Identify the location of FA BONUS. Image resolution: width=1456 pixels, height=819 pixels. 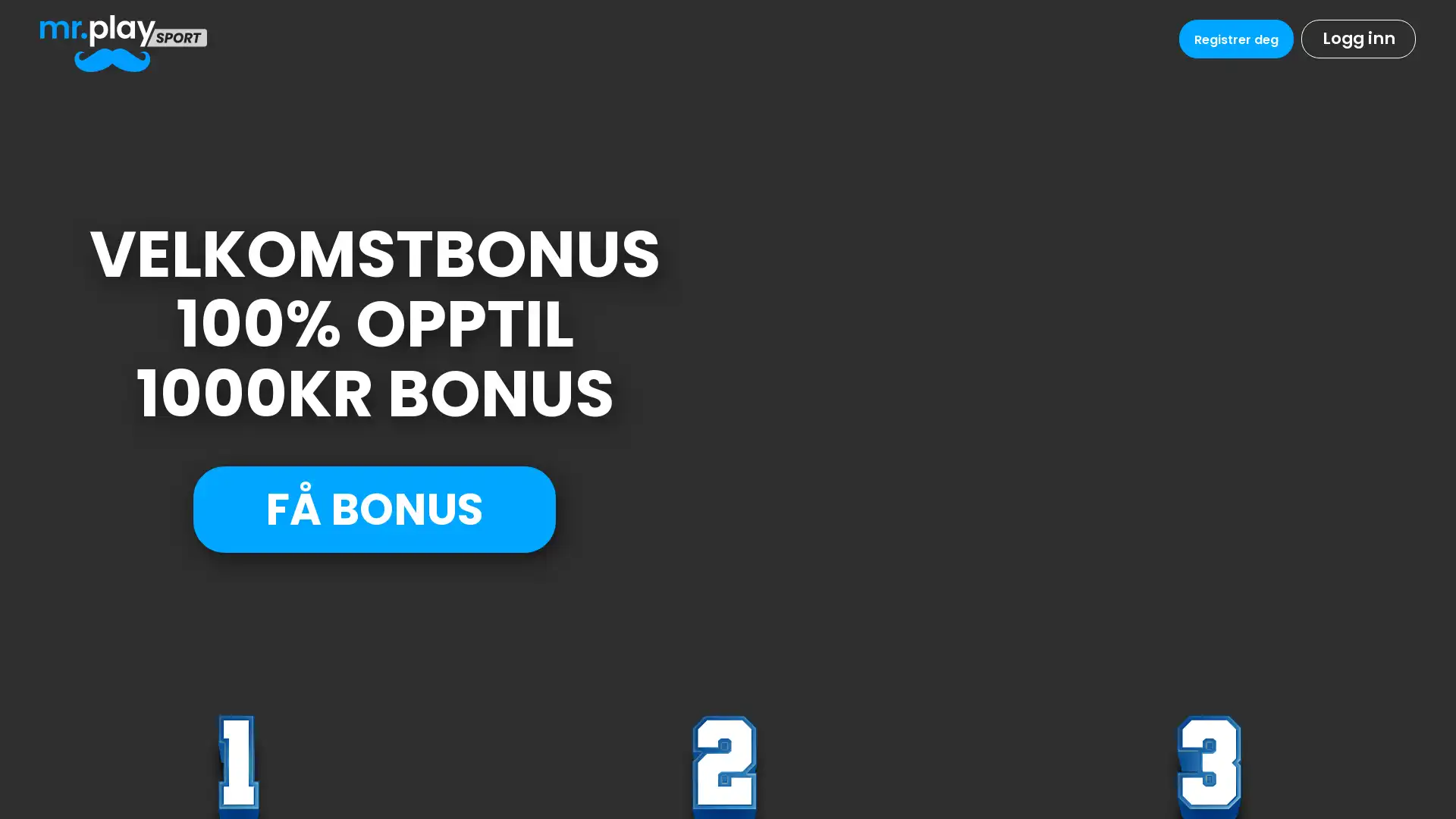
(375, 509).